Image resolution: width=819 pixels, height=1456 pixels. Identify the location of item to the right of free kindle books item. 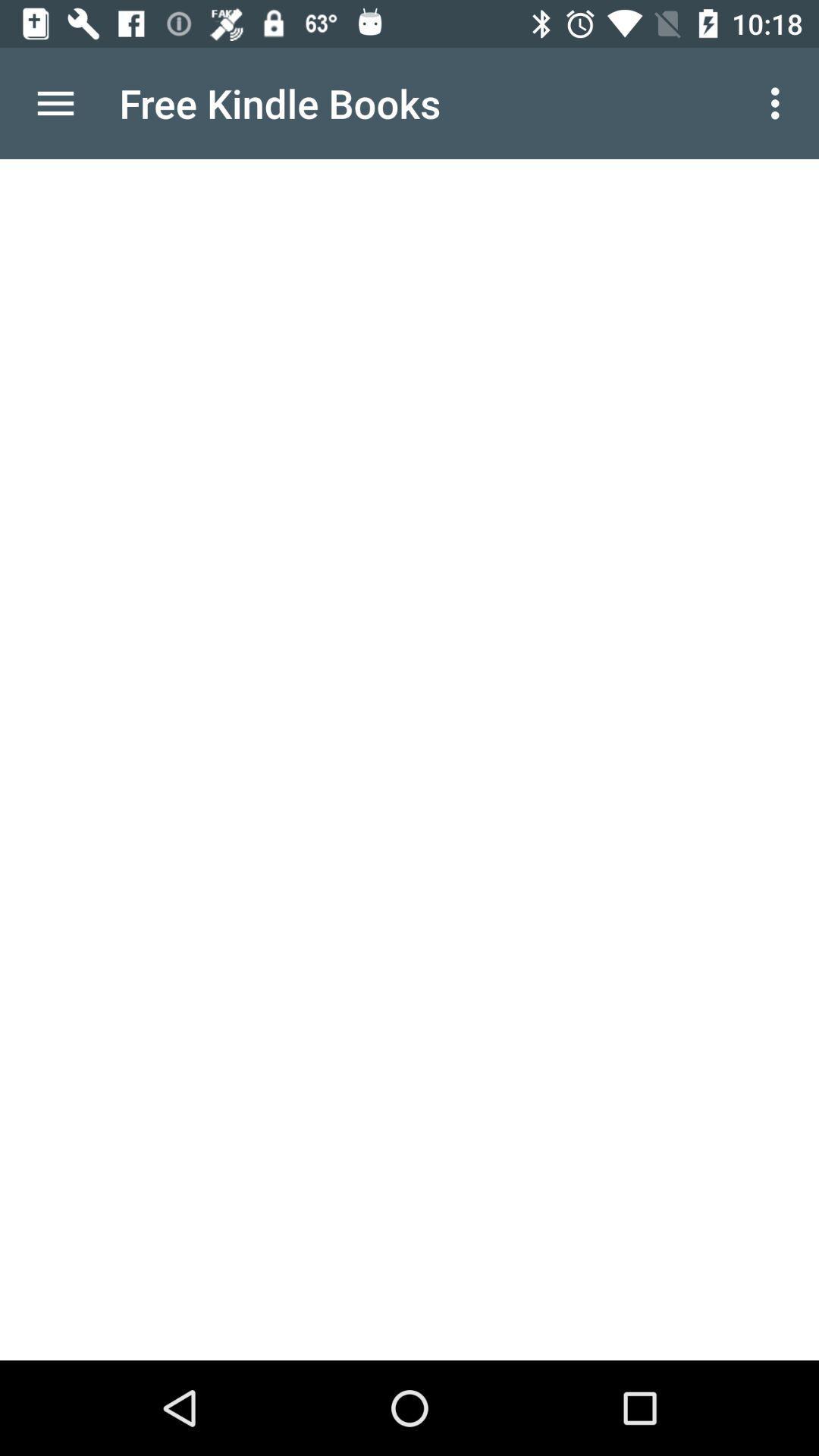
(779, 102).